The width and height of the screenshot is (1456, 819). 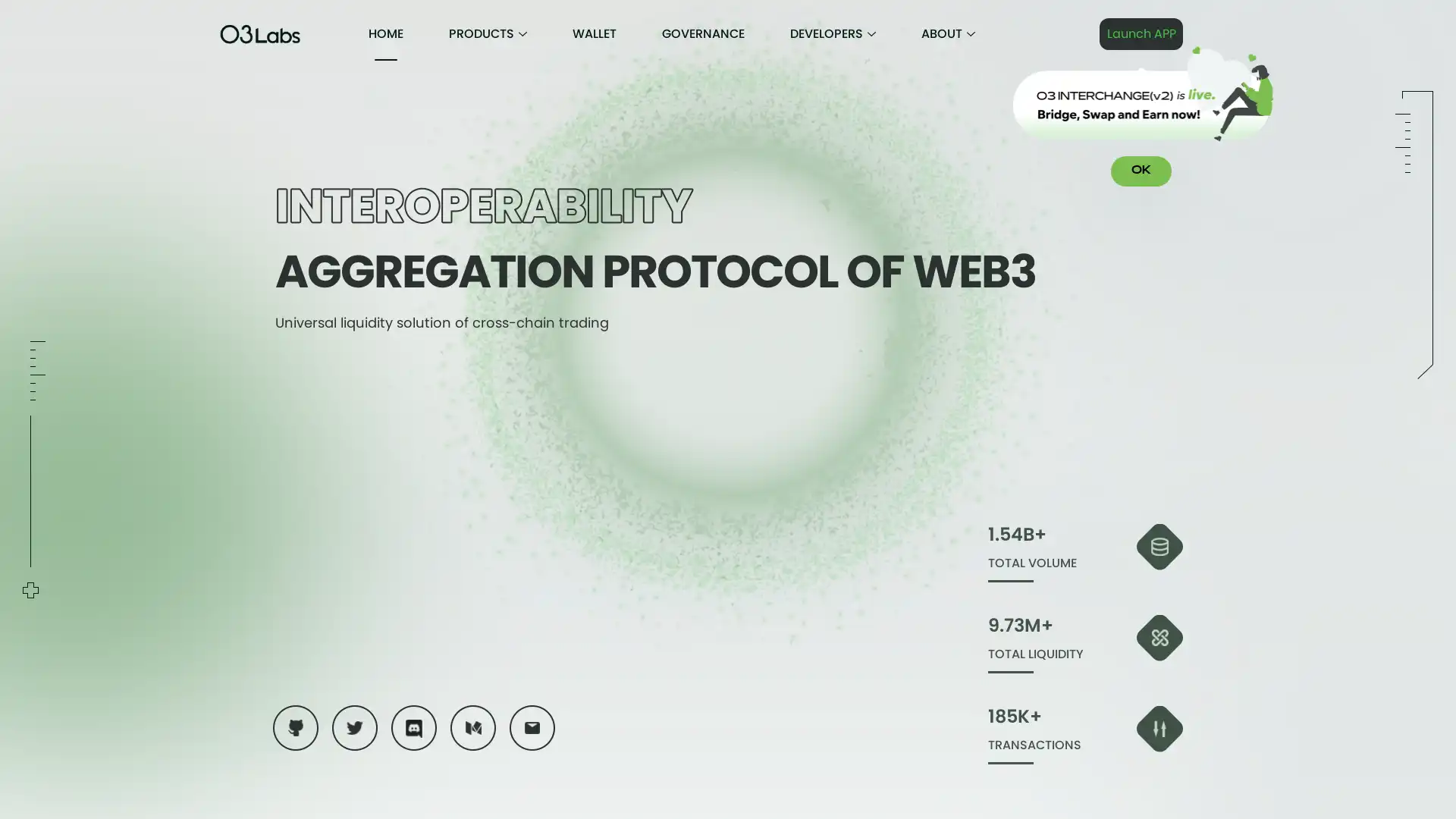 I want to click on Launch APP, so click(x=1141, y=34).